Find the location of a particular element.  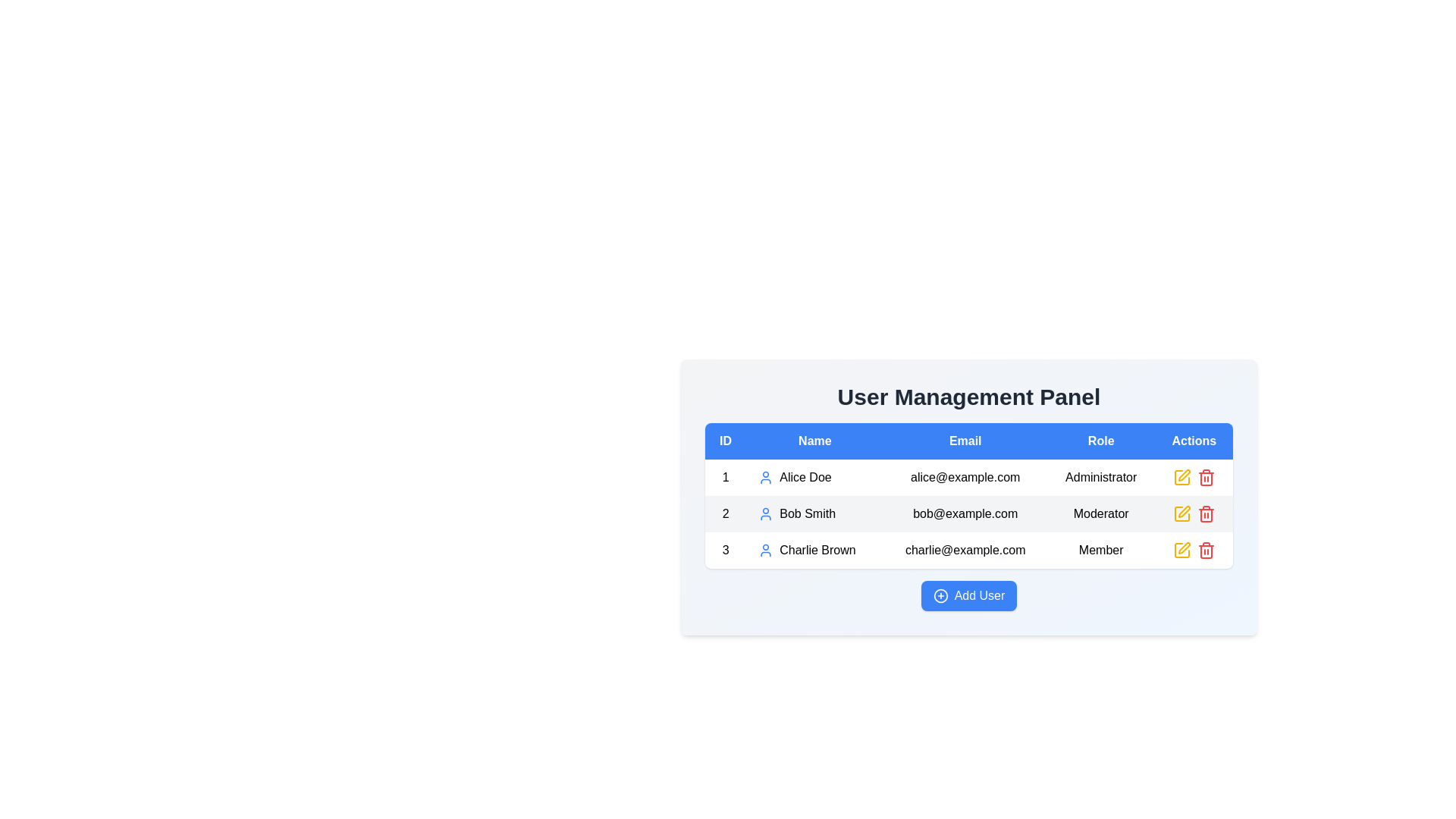

the editing icon represented as a pen inside a square located in the 'Actions' column of the 'User Management Panel' table for 'Charlie Brown' to initiate editing is located at coordinates (1183, 548).